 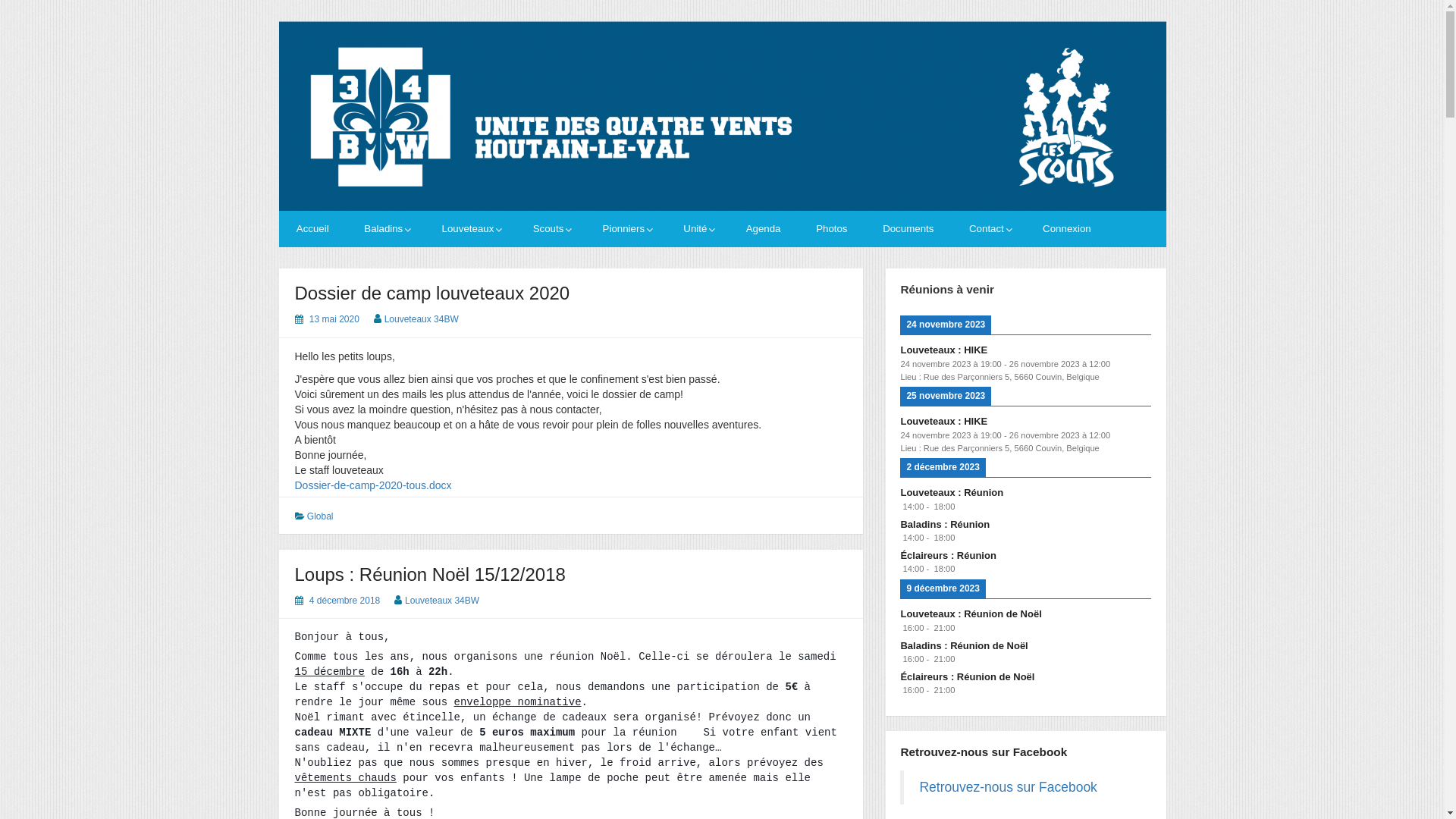 I want to click on 'Louveteaux', so click(x=431, y=228).